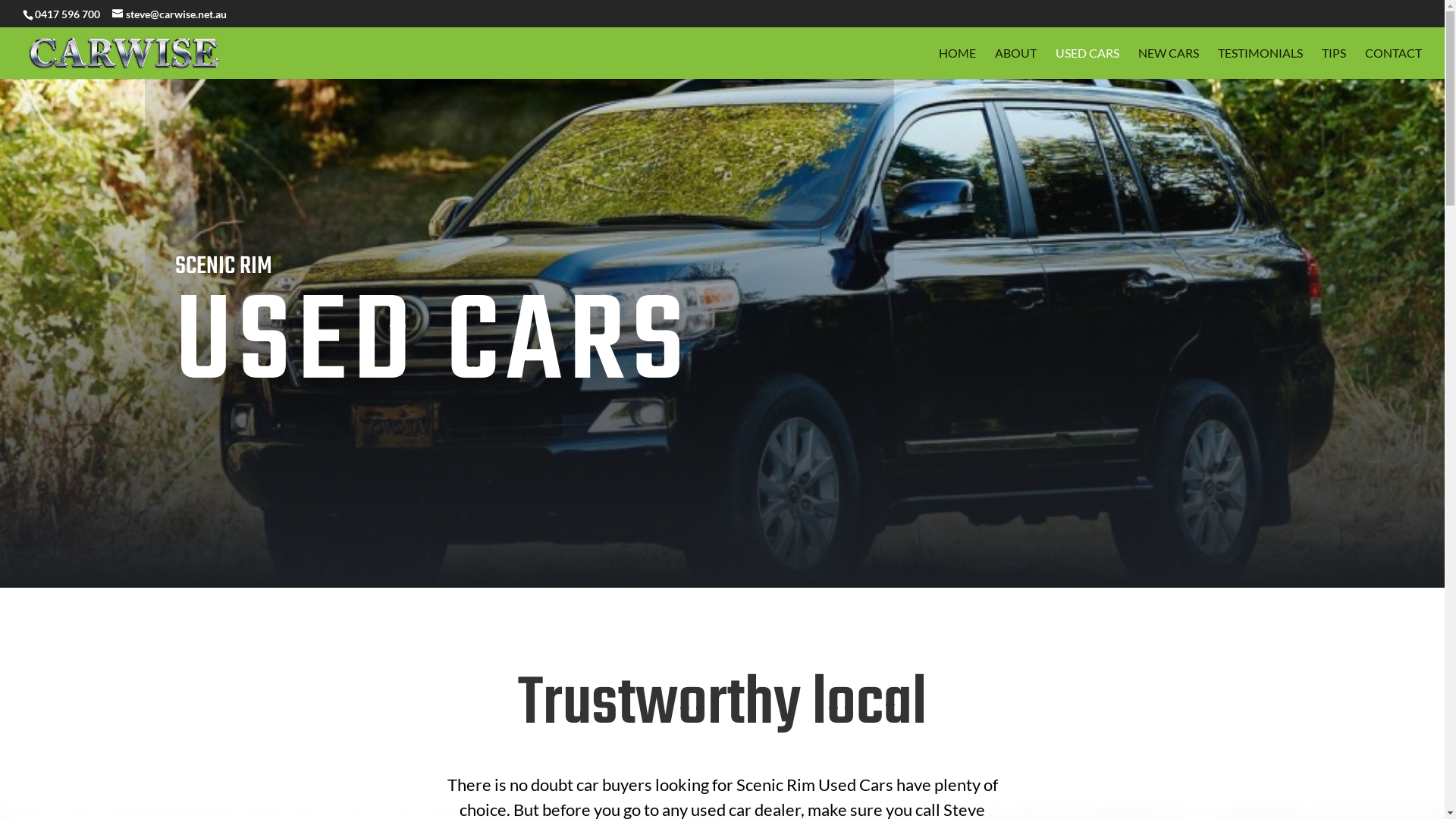 This screenshot has height=819, width=1456. What do you see at coordinates (1087, 62) in the screenshot?
I see `'USED CARS'` at bounding box center [1087, 62].